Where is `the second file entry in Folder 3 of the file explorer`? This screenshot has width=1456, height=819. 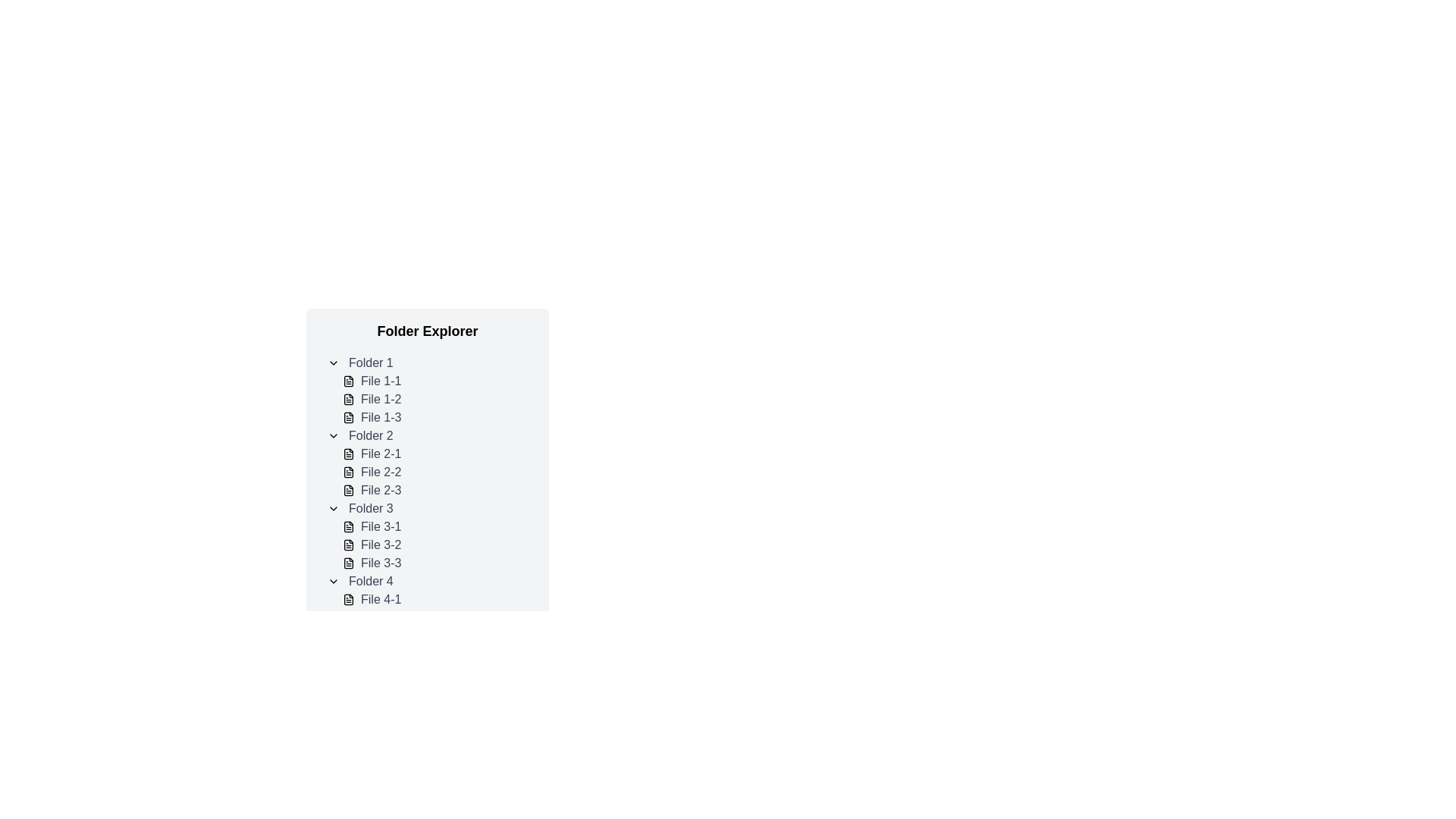 the second file entry in Folder 3 of the file explorer is located at coordinates (436, 544).